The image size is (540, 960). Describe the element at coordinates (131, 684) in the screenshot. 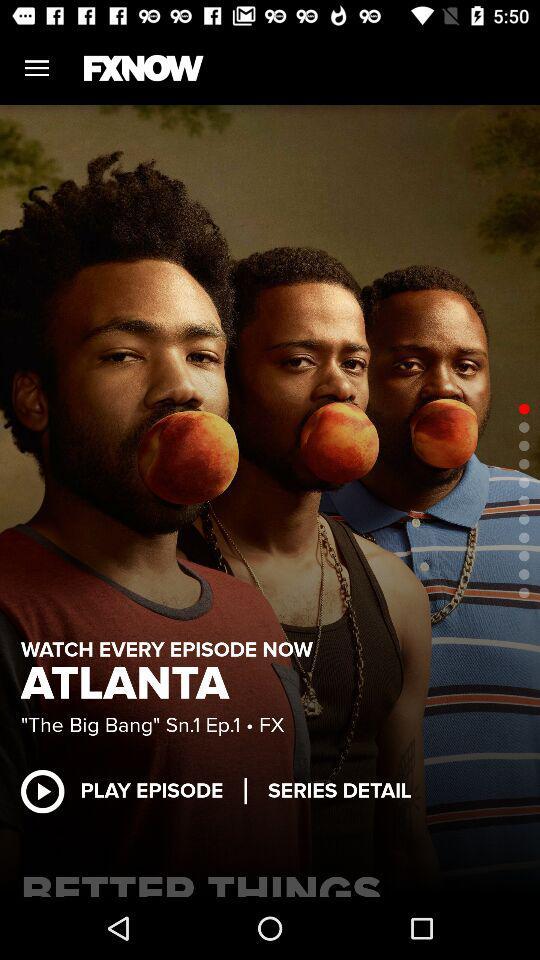

I see `item above the big bang icon` at that location.